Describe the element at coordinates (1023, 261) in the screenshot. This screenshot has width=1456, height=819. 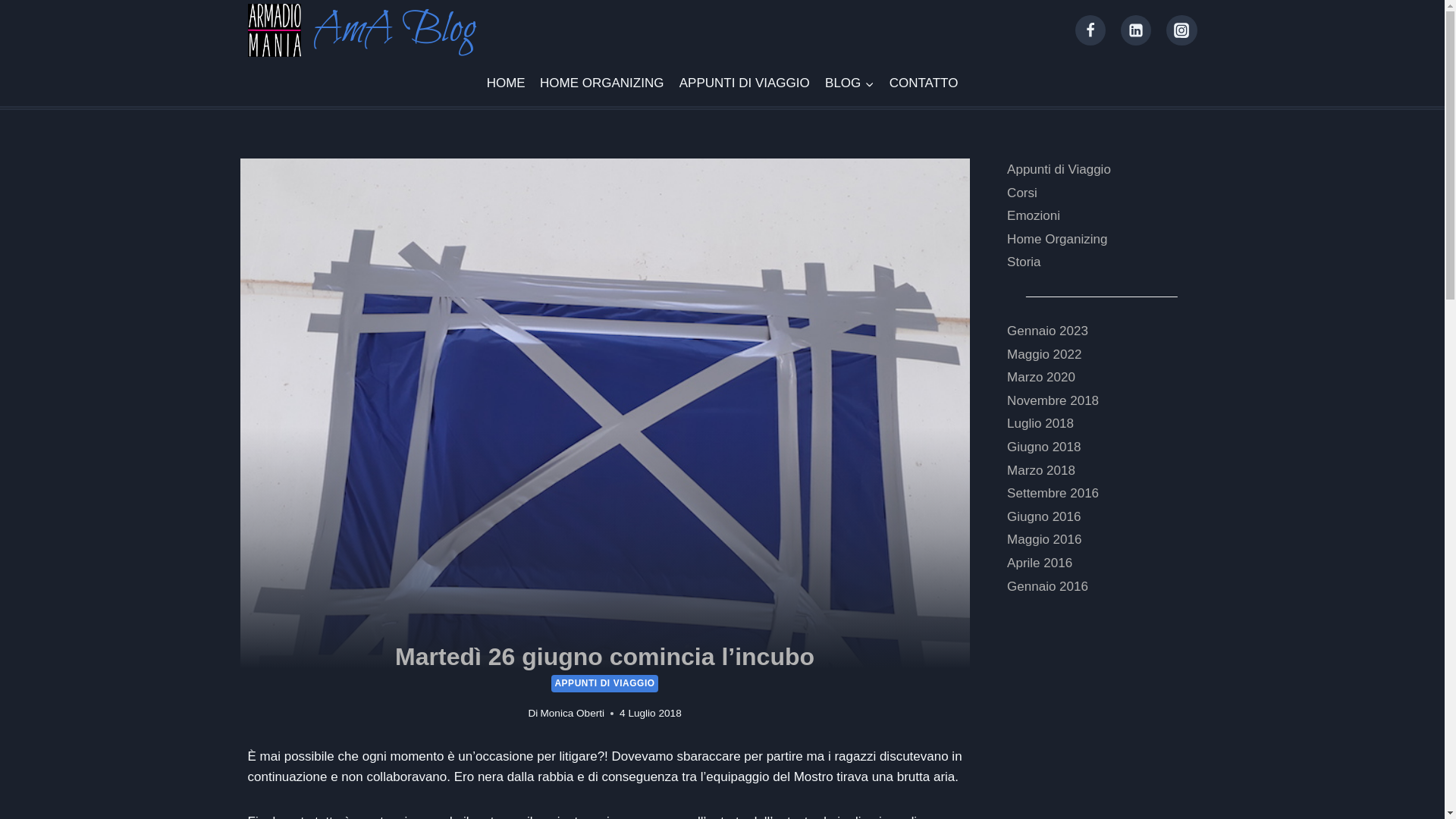
I see `'Storia'` at that location.